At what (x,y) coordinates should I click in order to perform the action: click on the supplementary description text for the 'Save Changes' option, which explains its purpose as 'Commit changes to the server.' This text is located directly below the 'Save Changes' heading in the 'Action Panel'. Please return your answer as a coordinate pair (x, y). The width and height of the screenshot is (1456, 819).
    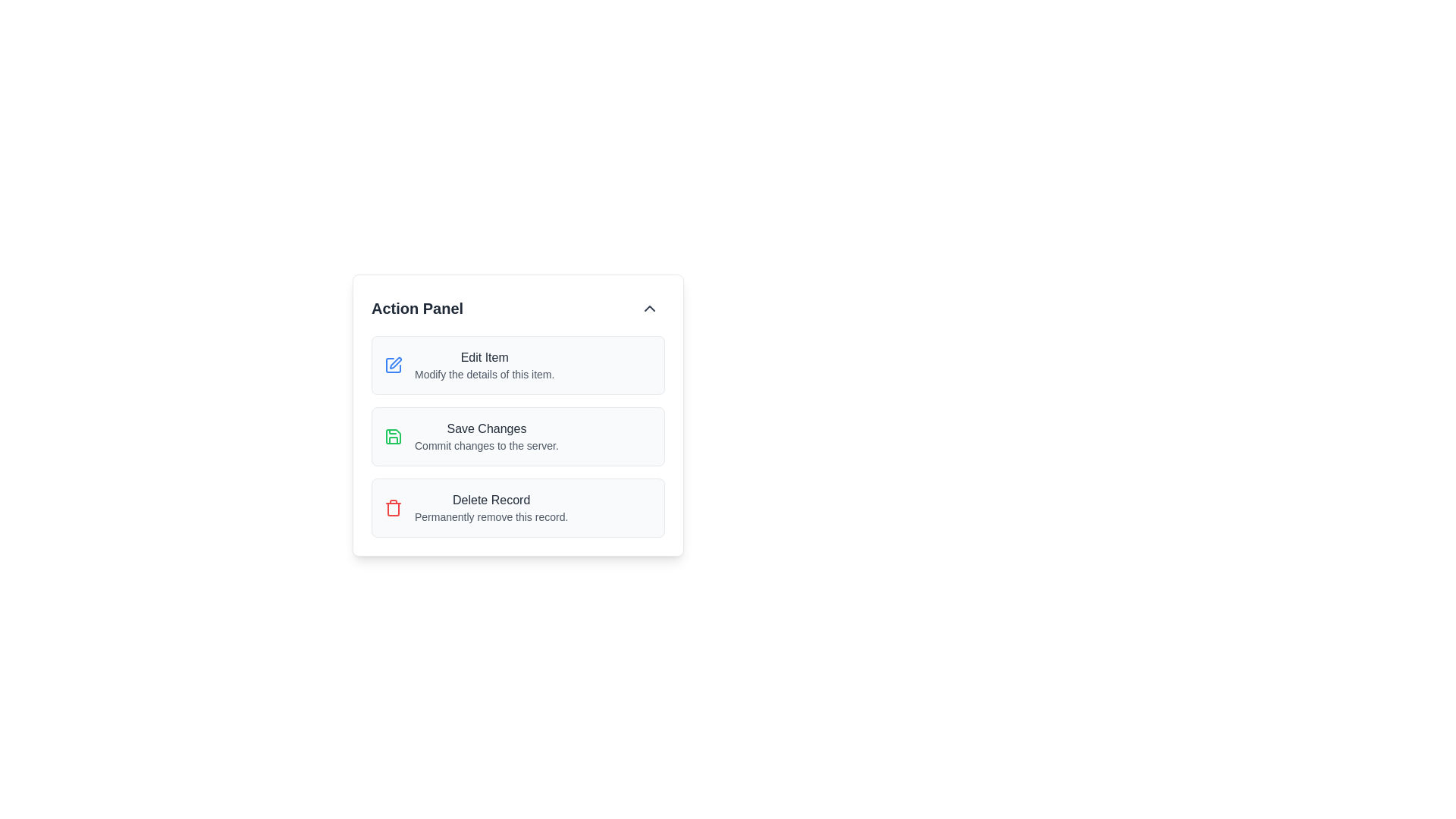
    Looking at the image, I should click on (486, 444).